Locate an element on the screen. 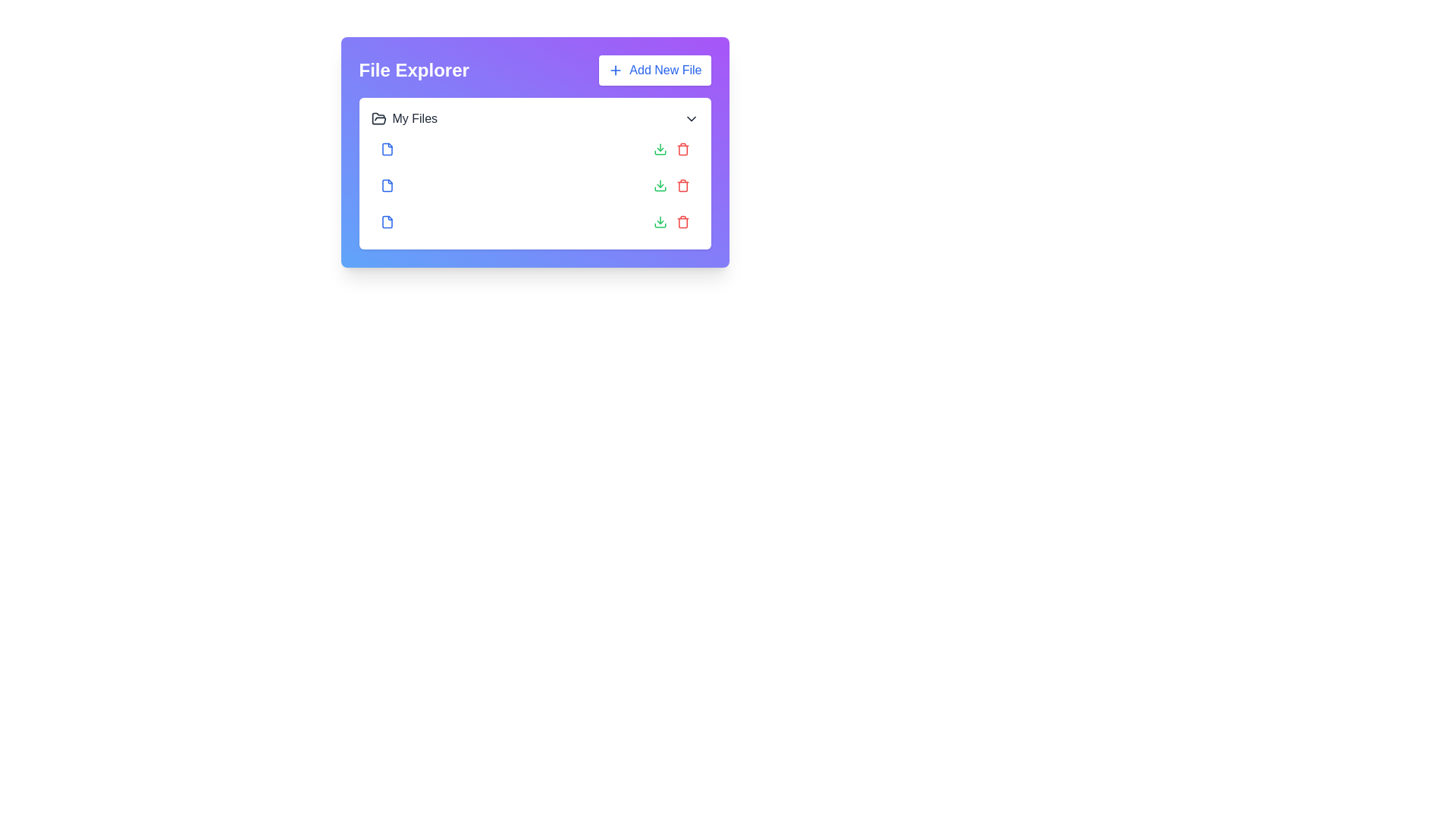 This screenshot has width=1456, height=819. the trash bin icon button located on the right side of an entry in the file list is located at coordinates (682, 149).